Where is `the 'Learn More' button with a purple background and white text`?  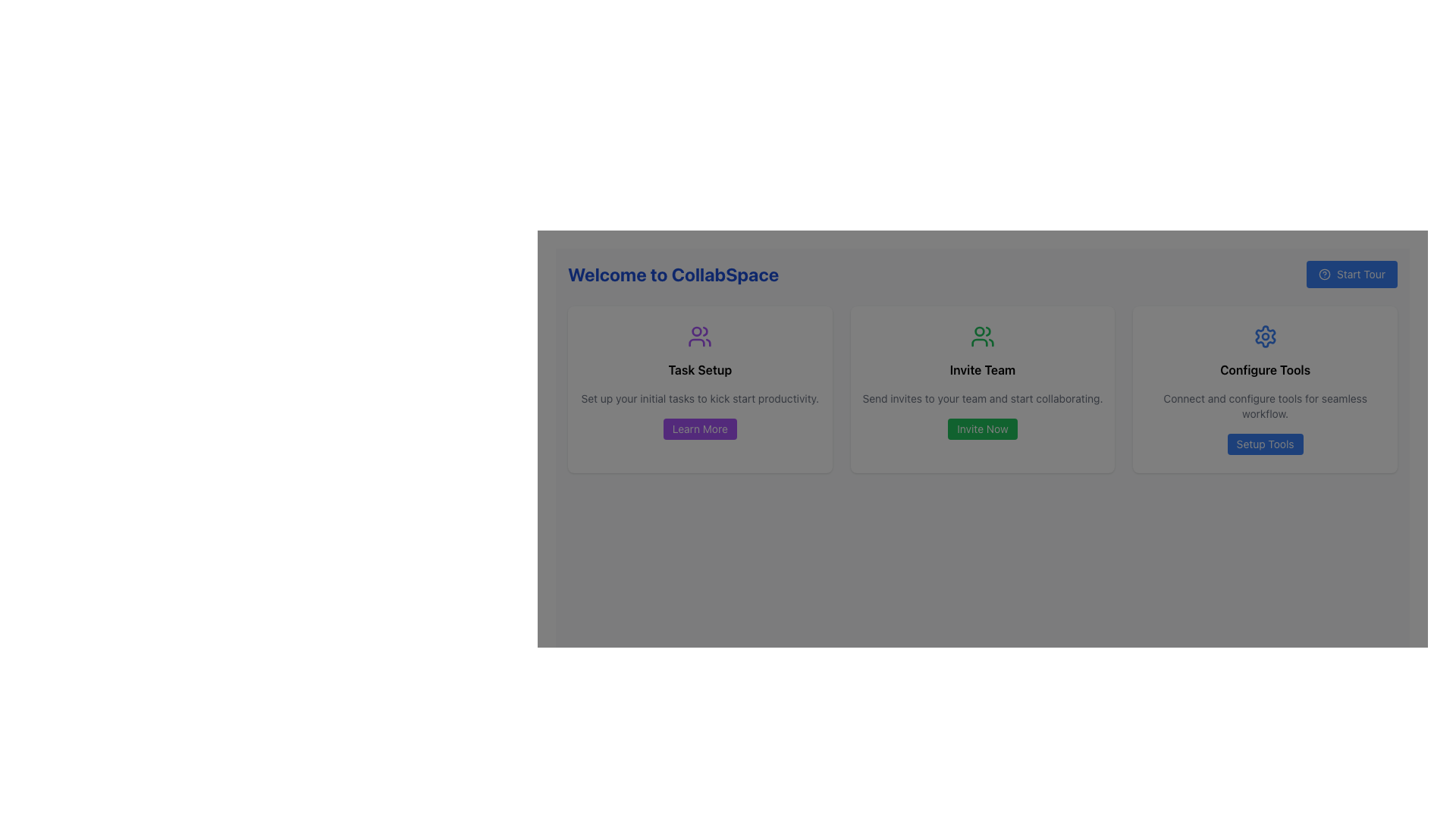
the 'Learn More' button with a purple background and white text is located at coordinates (699, 429).